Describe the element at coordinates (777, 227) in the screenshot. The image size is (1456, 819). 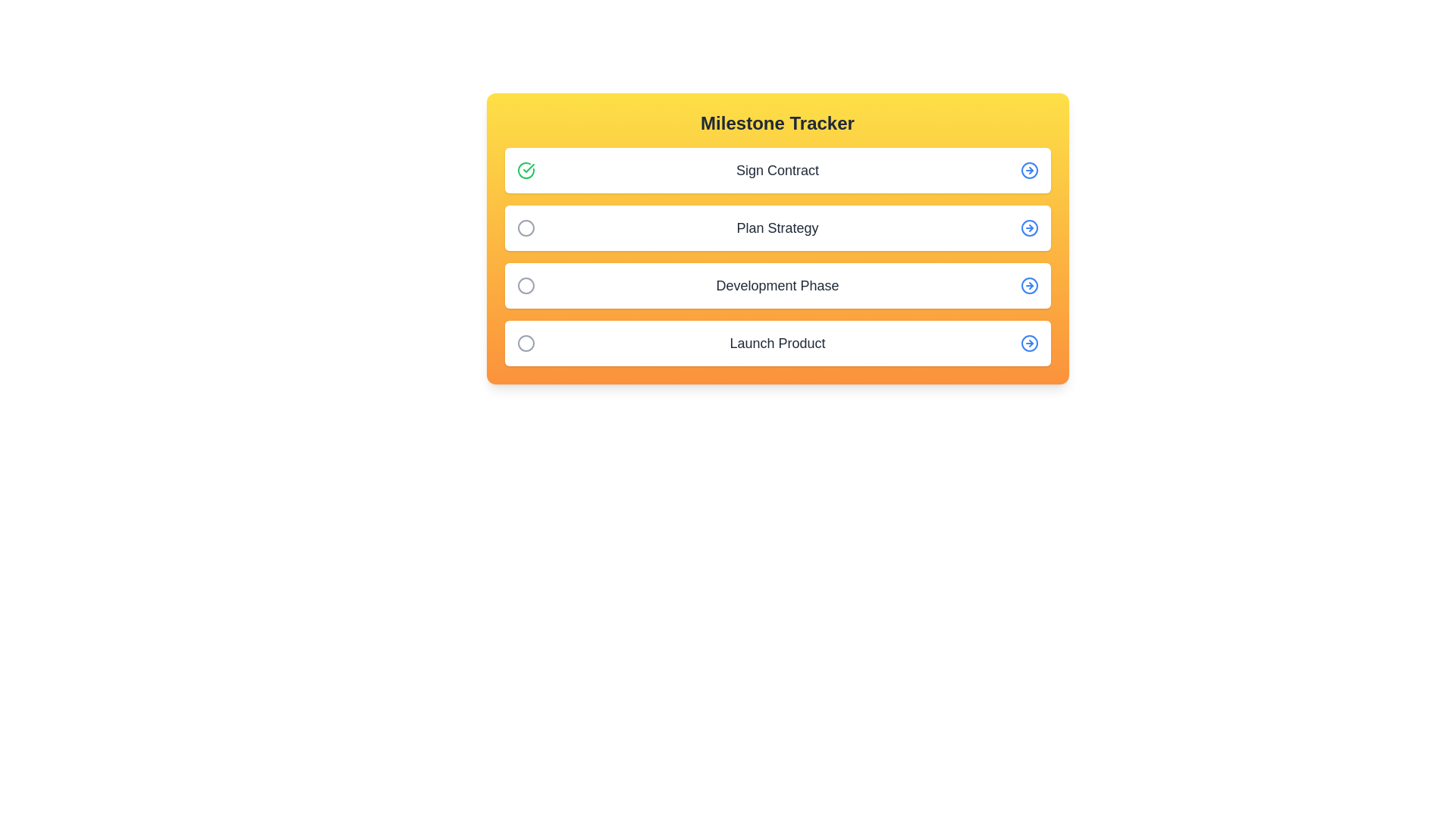
I see `the 'Plan Strategy' card element, which is the second card in the Milestone Tracker section, featuring a gray circular icon on the left and a blue circular arrow icon on the right` at that location.